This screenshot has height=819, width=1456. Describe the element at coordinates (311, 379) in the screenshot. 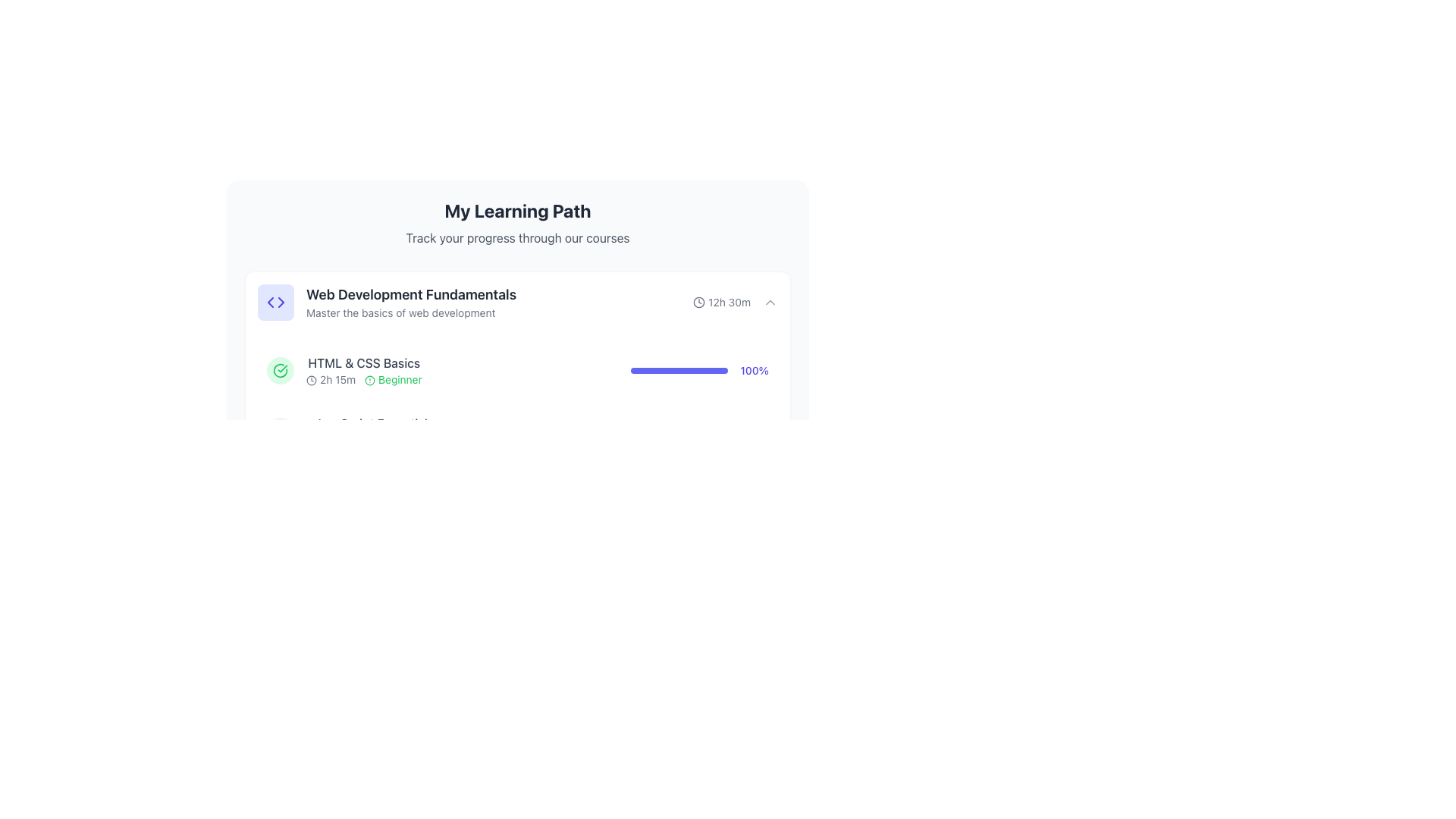

I see `the small circular clock icon with a black outline, located next to the text '2h 15m', in the list of modules under the 'Web Development Fundamentals' header` at that location.